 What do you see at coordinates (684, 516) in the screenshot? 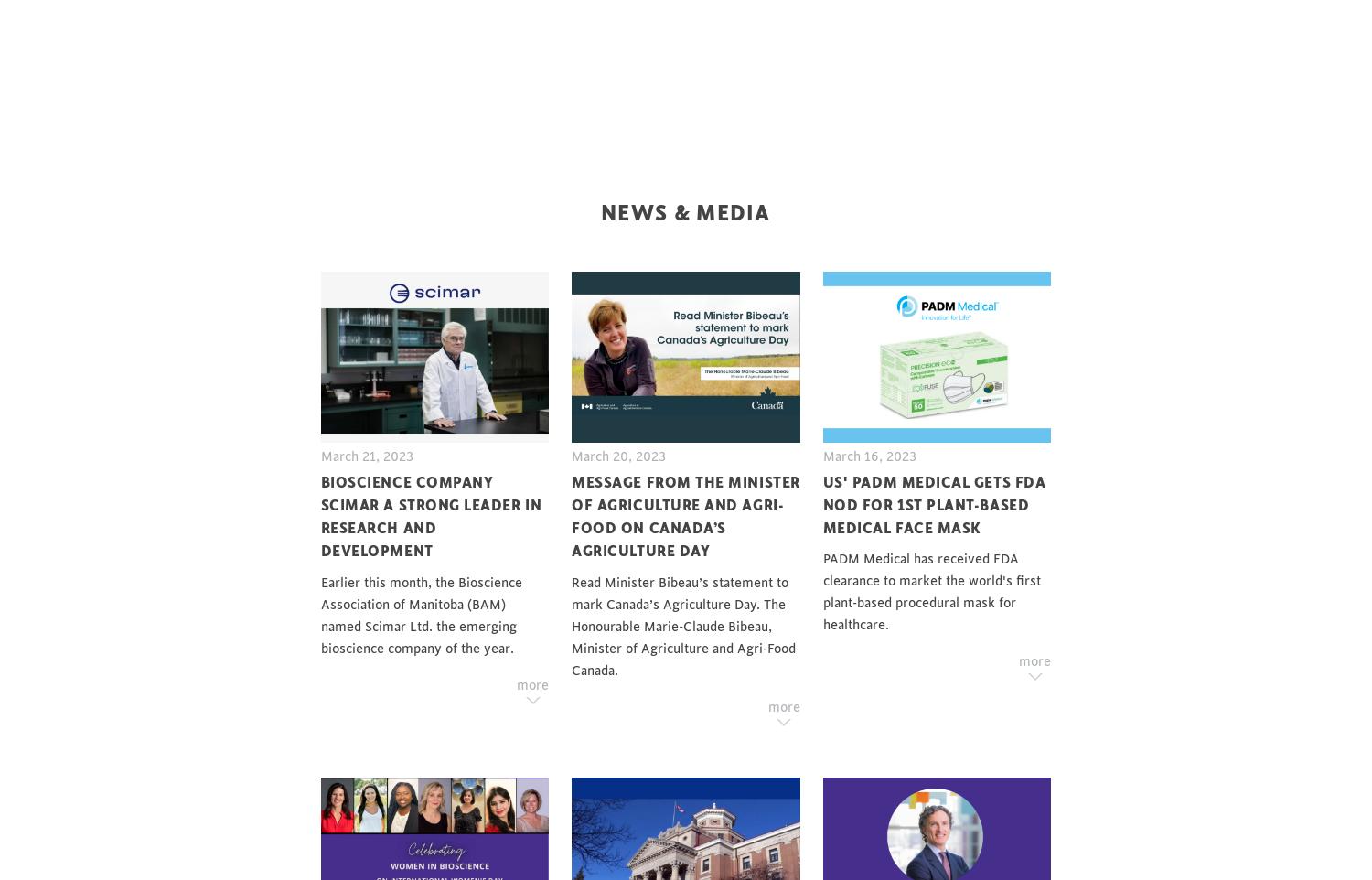
I see `'Message from the Minister of Agriculture and Agri-Food on Canada’s Agriculture Day'` at bounding box center [684, 516].